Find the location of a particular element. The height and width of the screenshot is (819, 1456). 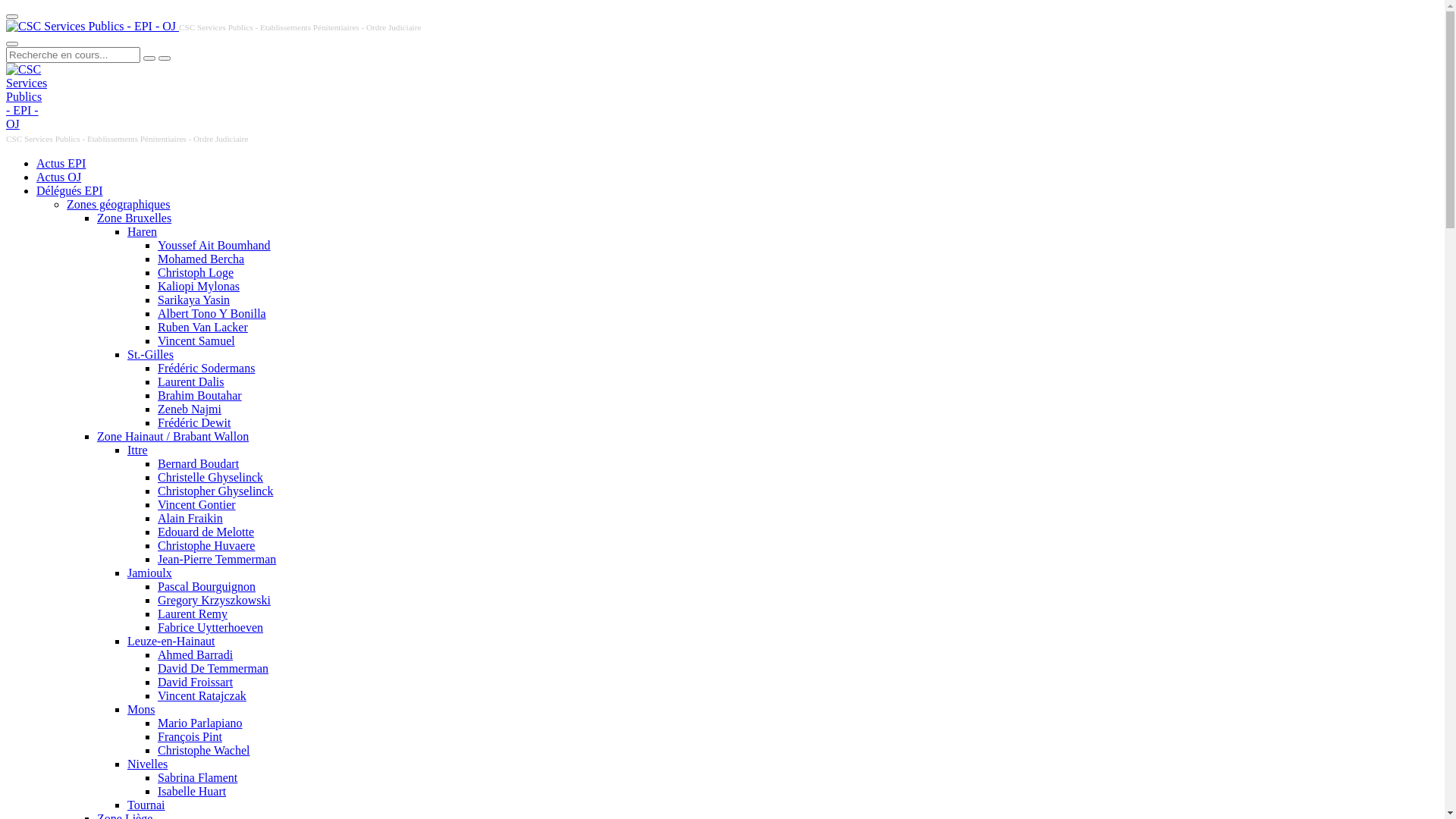

'Kaliopi Mylonas' is located at coordinates (198, 286).